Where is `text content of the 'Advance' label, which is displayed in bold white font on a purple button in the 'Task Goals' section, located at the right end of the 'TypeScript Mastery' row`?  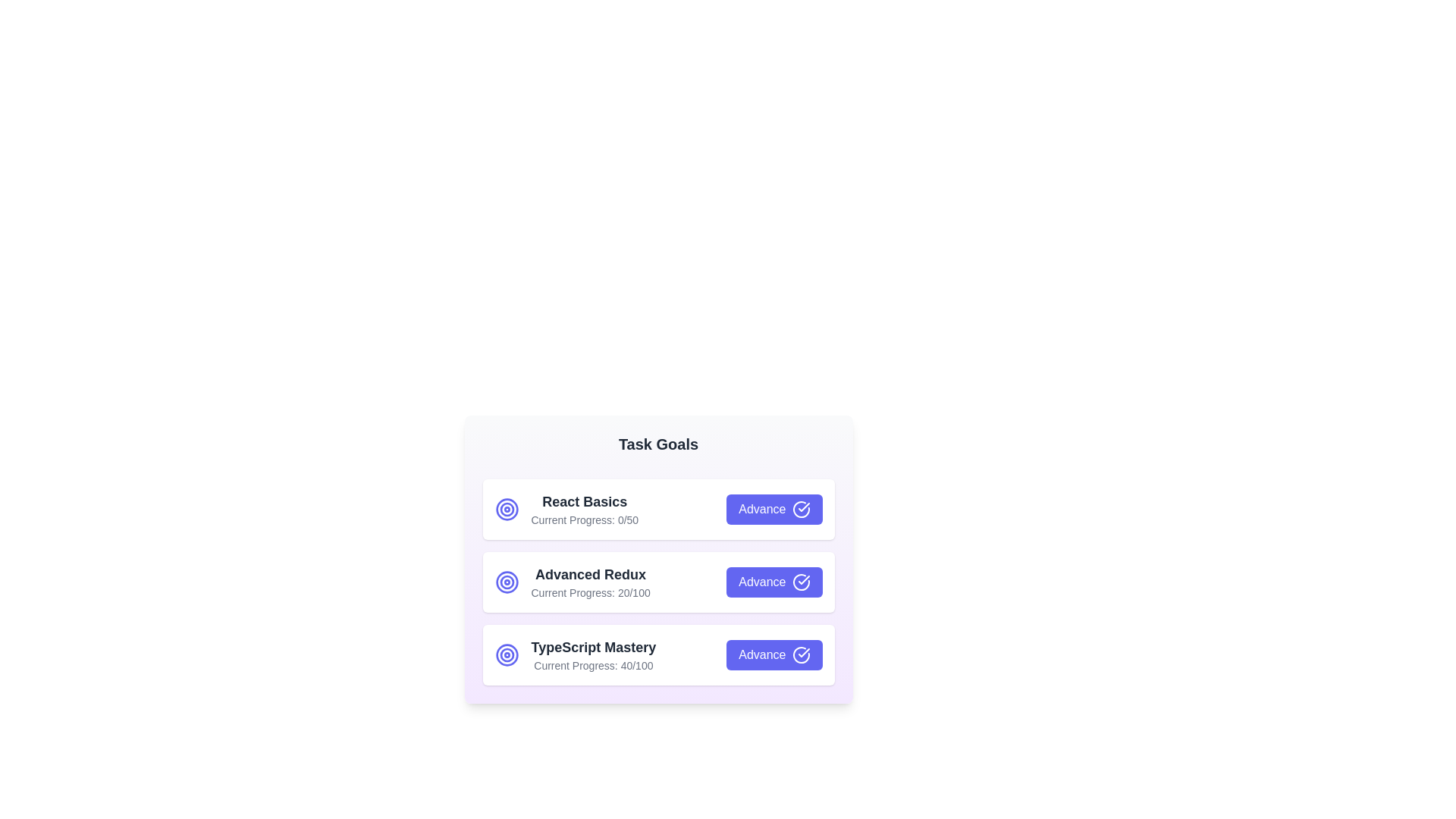 text content of the 'Advance' label, which is displayed in bold white font on a purple button in the 'Task Goals' section, located at the right end of the 'TypeScript Mastery' row is located at coordinates (762, 654).